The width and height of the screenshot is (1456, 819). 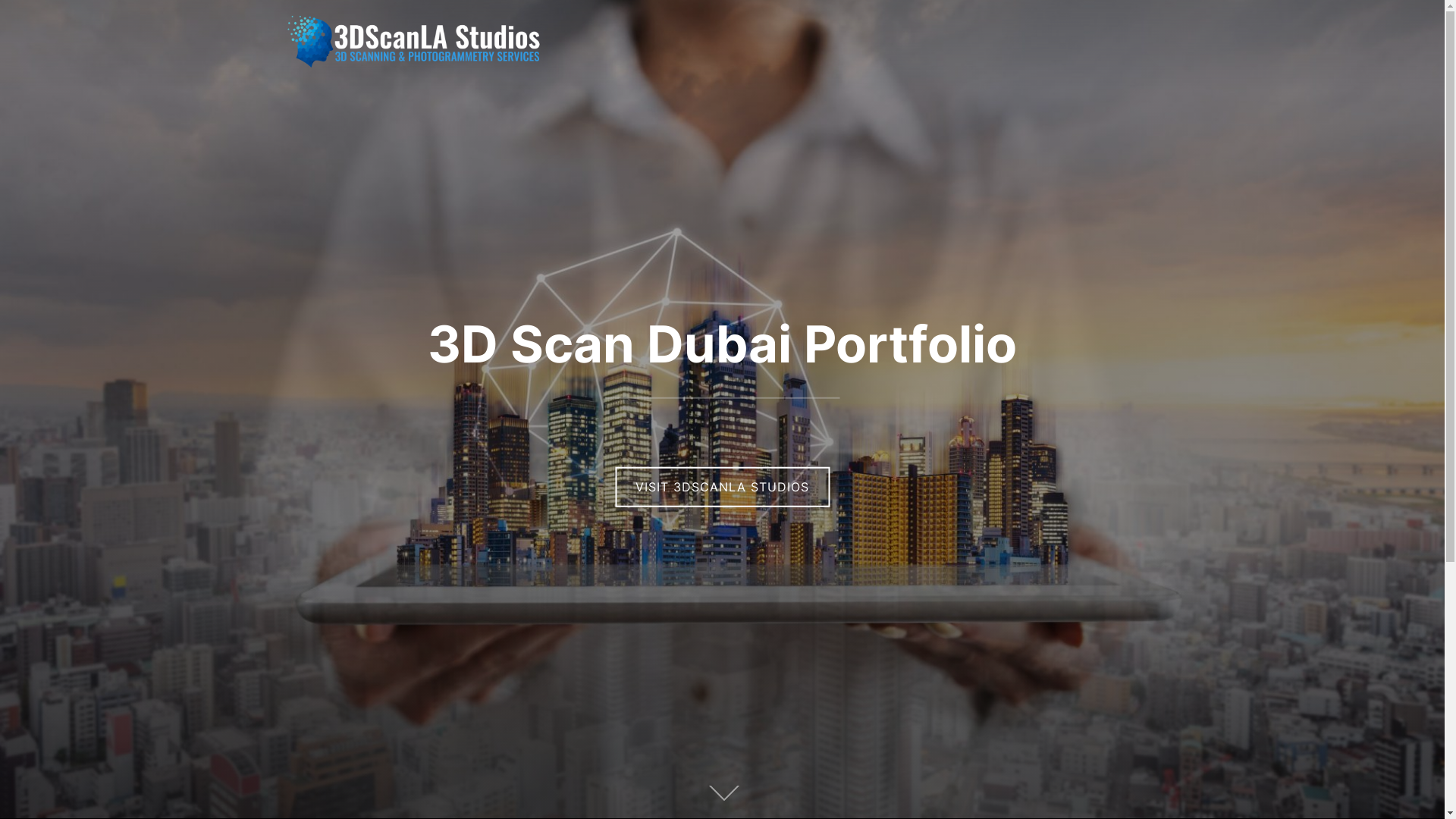 What do you see at coordinates (721, 486) in the screenshot?
I see `'VISIT 3DSCANLA STUDIOS'` at bounding box center [721, 486].